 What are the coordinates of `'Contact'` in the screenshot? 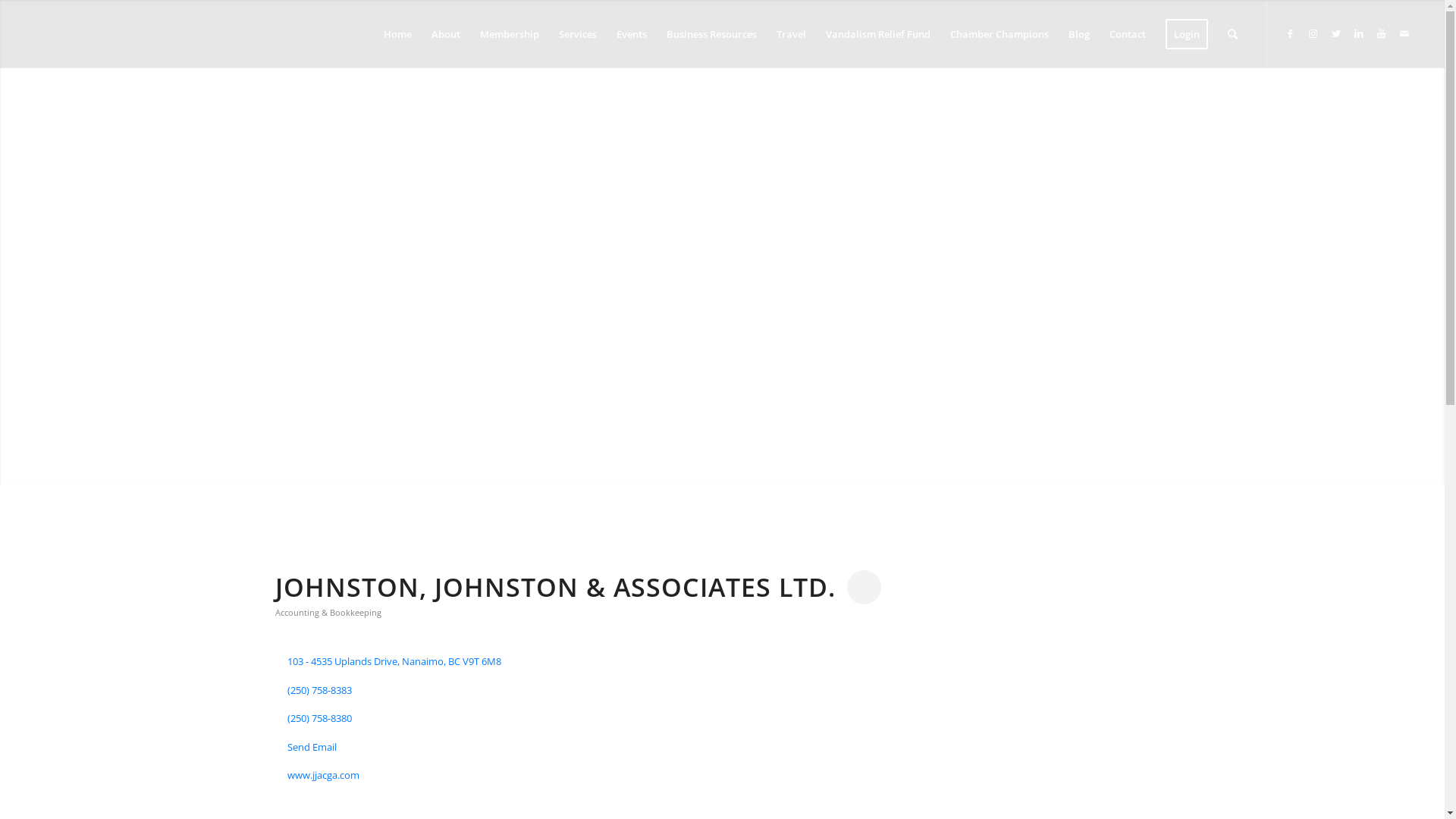 It's located at (1128, 34).